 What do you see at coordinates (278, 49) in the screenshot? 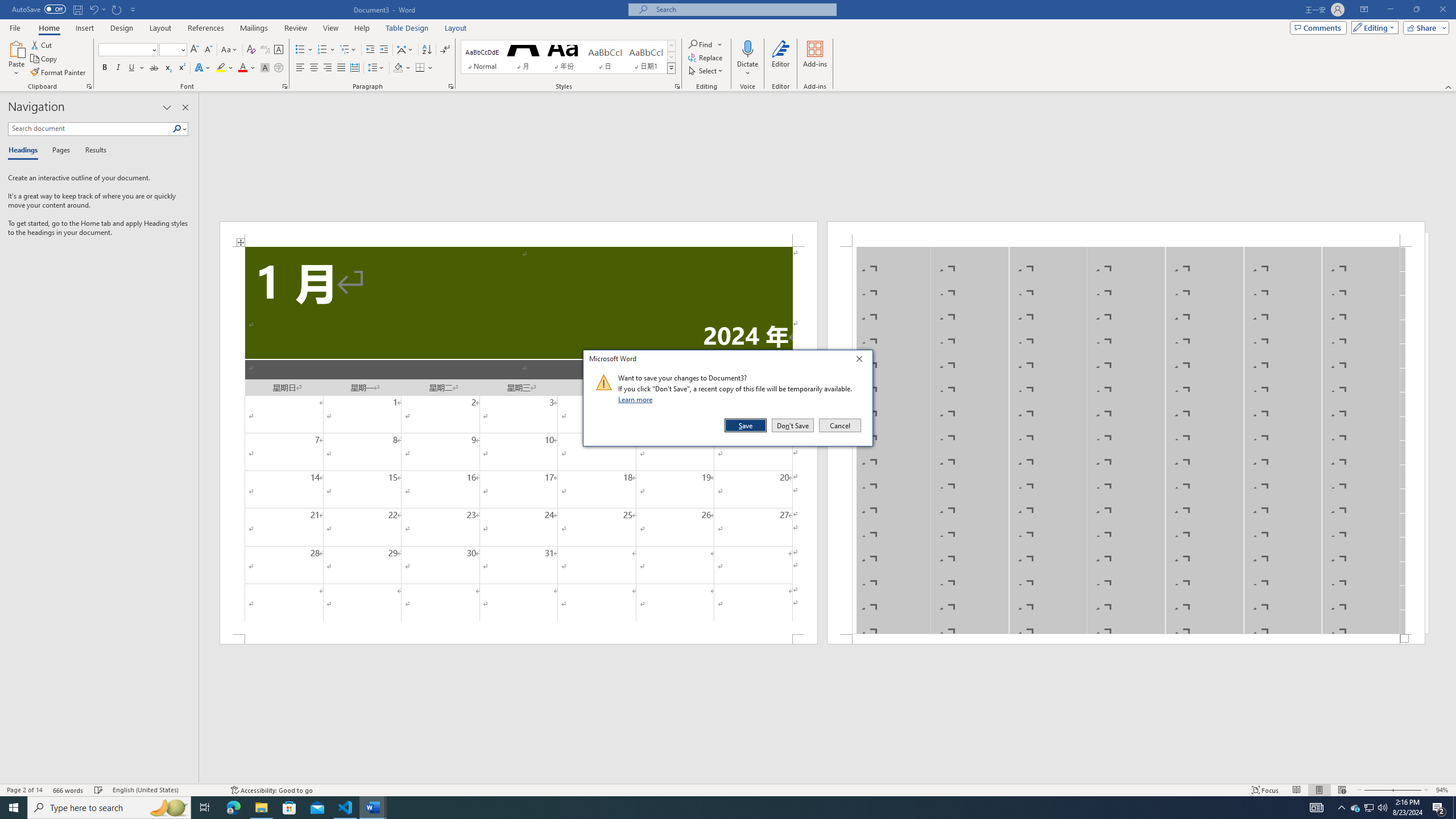
I see `'Character Border'` at bounding box center [278, 49].